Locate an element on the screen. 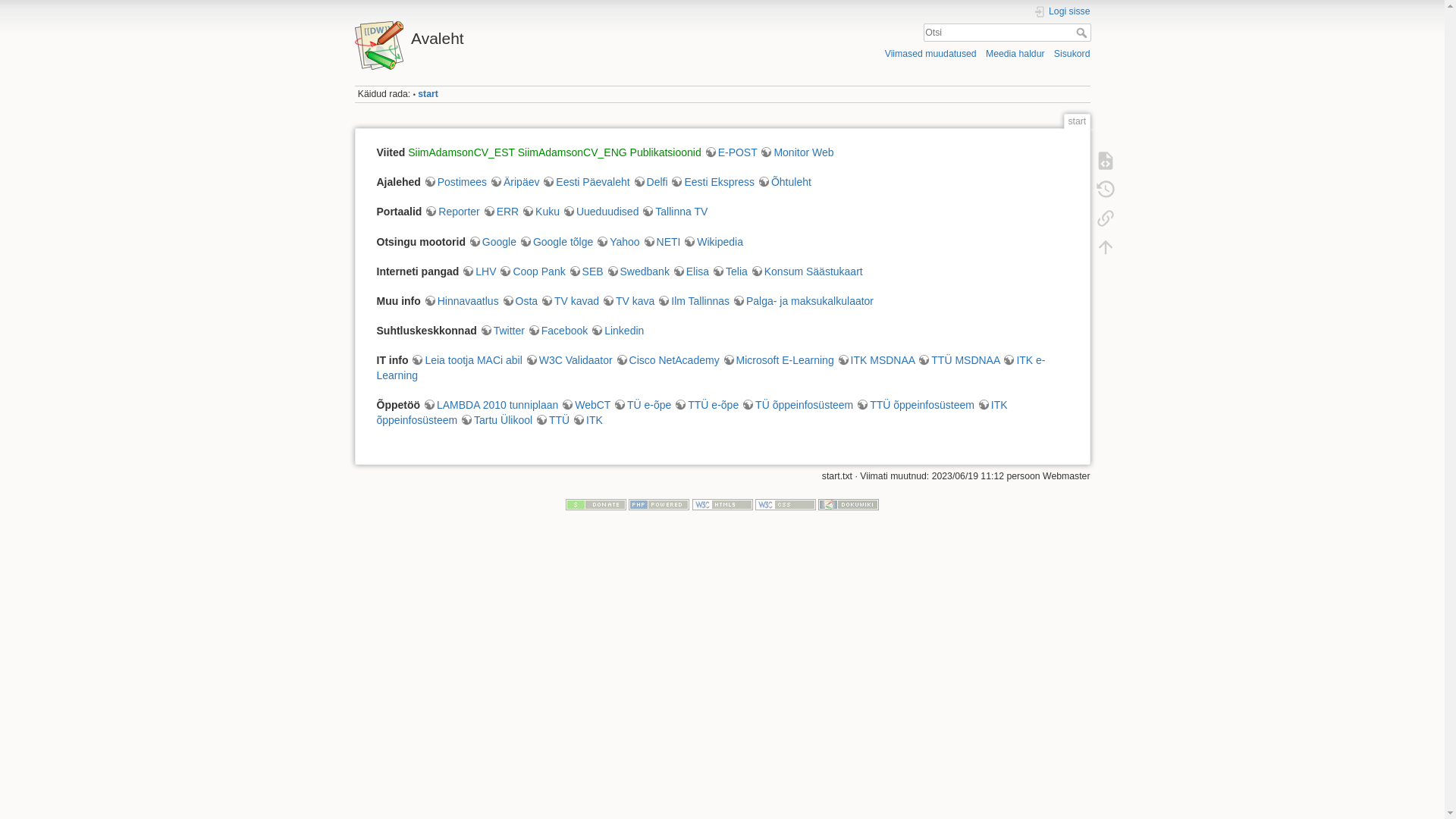  'Linkedin' is located at coordinates (617, 329).